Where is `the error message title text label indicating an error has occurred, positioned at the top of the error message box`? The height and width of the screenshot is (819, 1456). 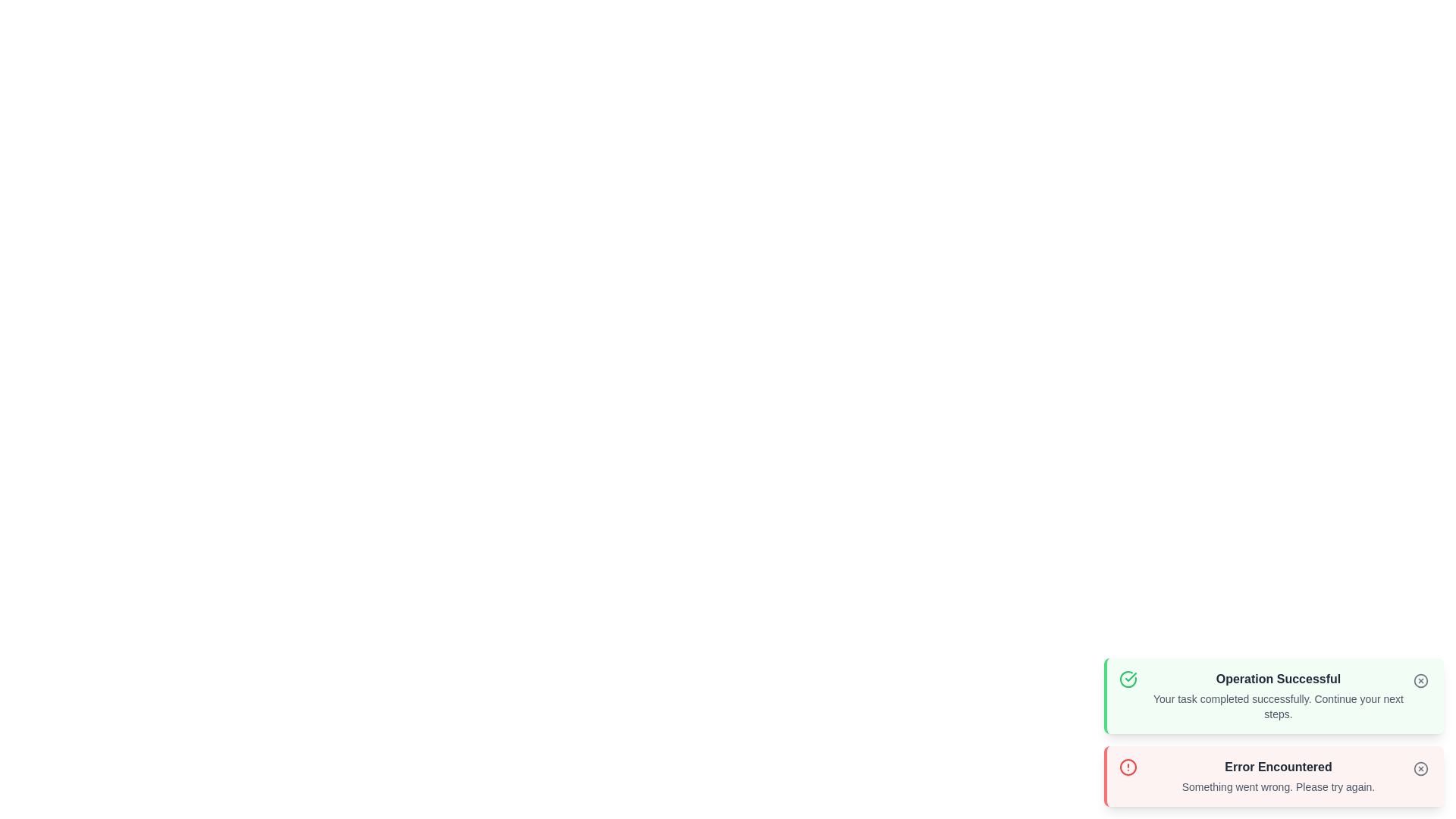 the error message title text label indicating an error has occurred, positioned at the top of the error message box is located at coordinates (1277, 767).